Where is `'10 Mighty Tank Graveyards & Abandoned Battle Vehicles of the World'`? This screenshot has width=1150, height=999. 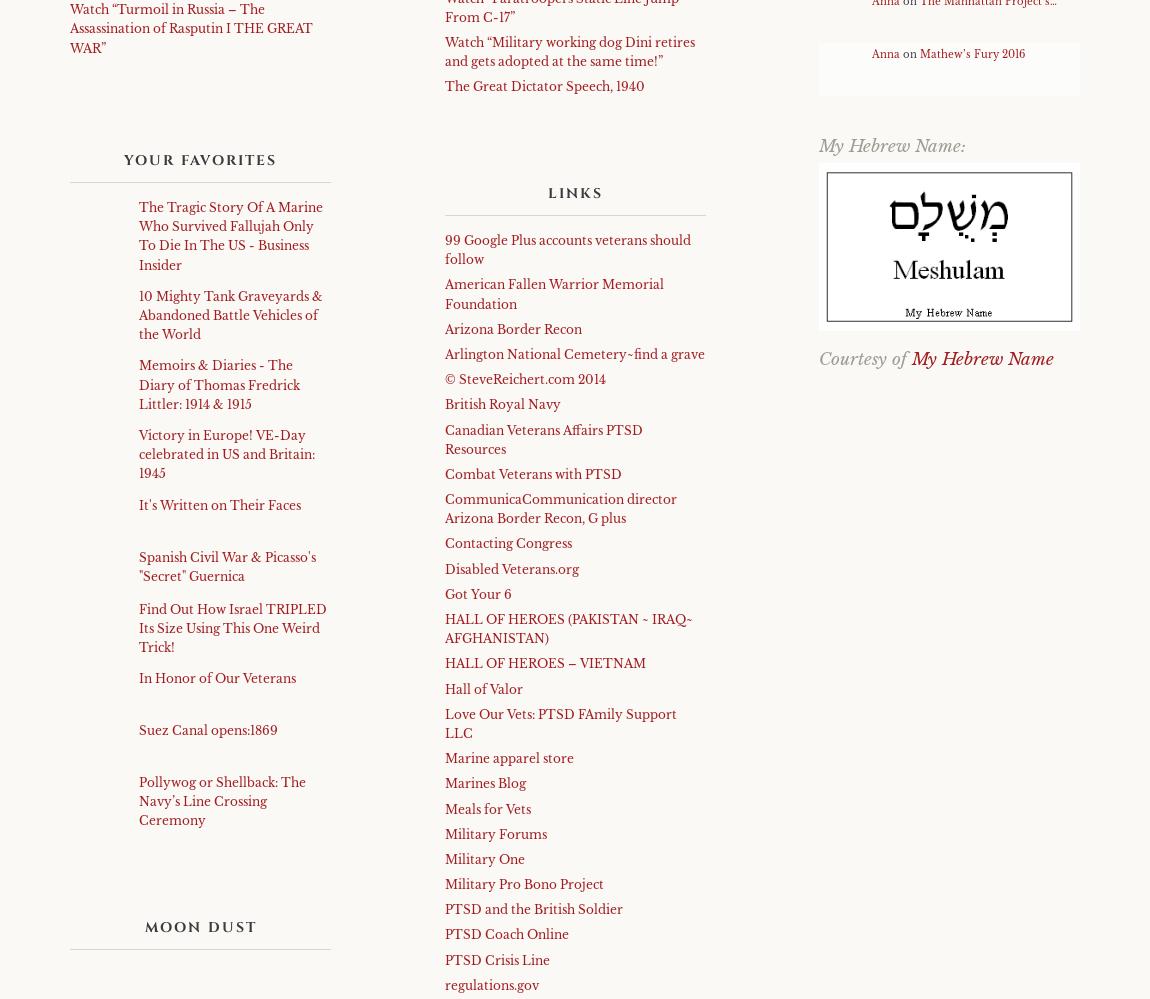 '10 Mighty Tank Graveyards & Abandoned Battle Vehicles of the World' is located at coordinates (230, 313).